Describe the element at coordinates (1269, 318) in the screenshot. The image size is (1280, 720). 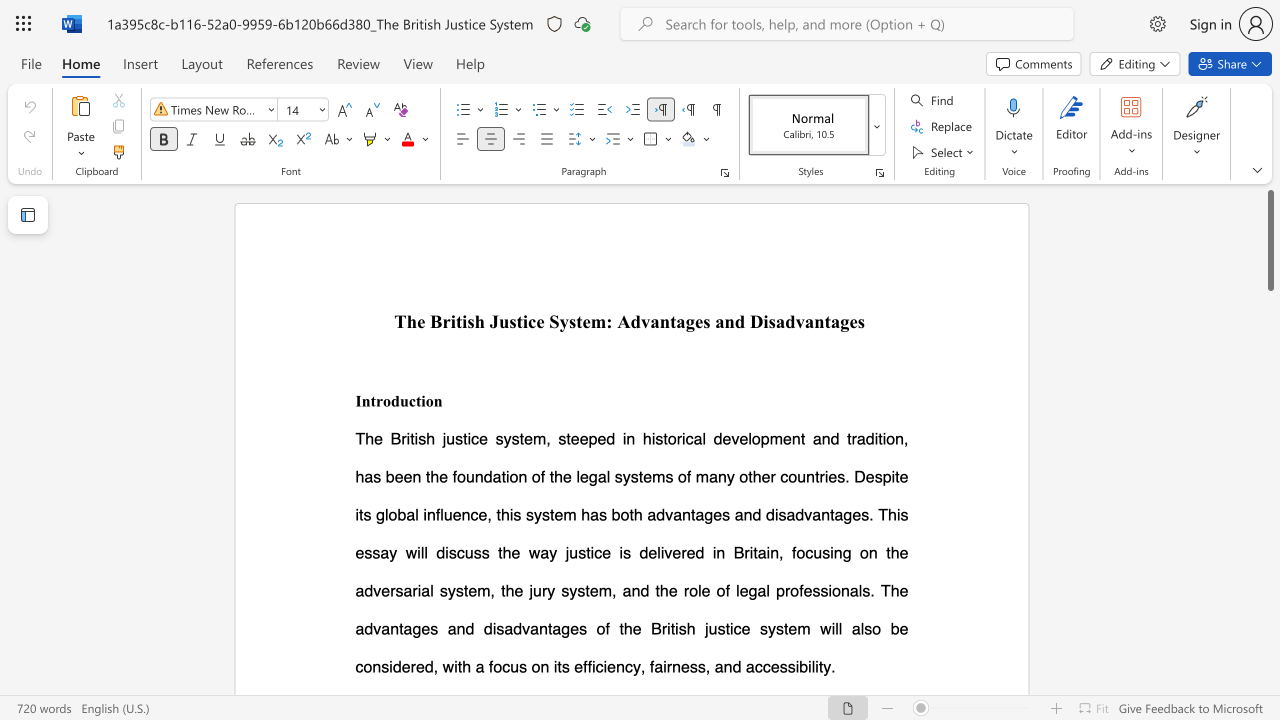
I see `the scrollbar to move the view down` at that location.